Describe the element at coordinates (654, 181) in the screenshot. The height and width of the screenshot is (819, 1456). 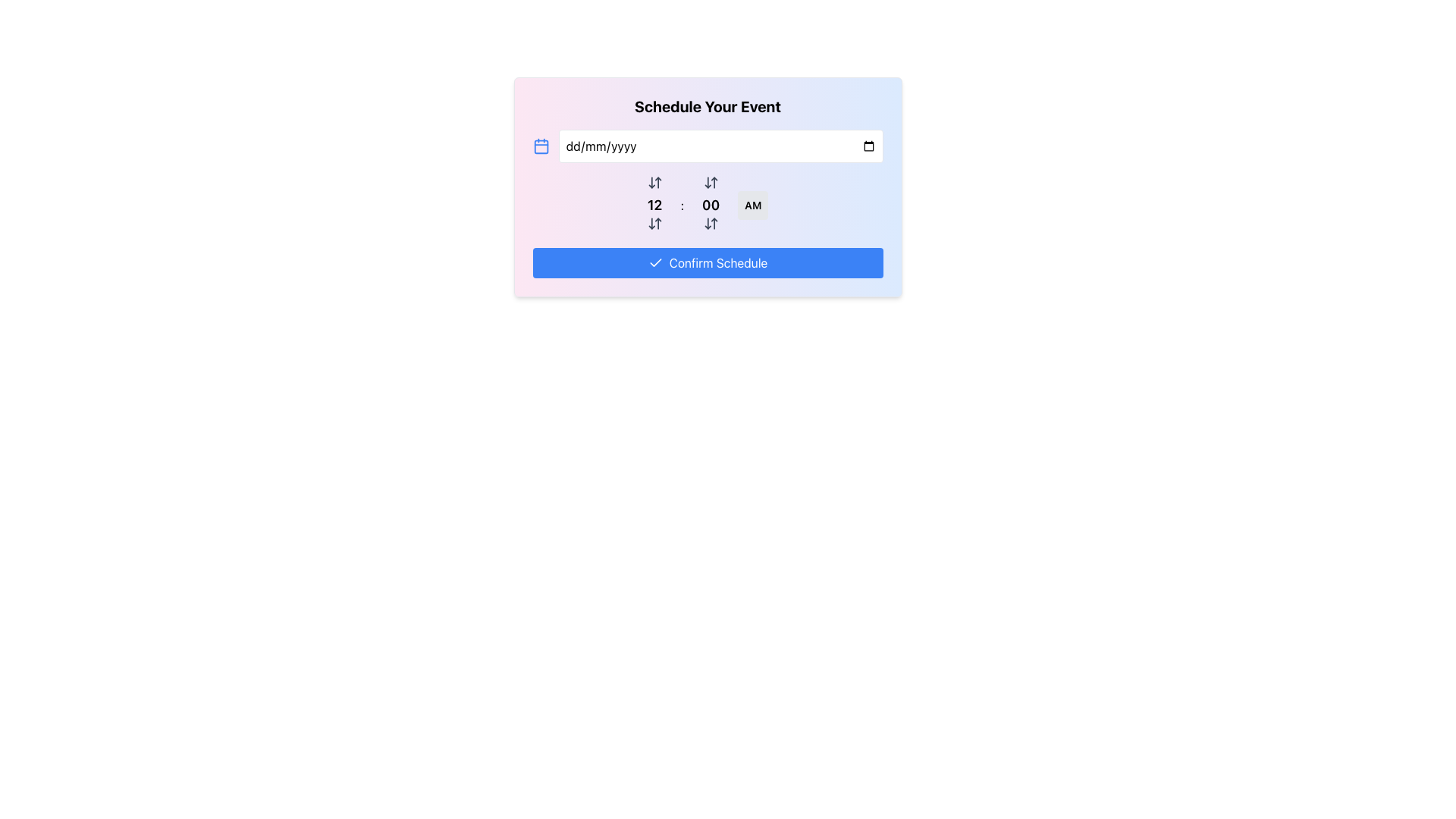
I see `the sorting icon with up and down arrows located above the '12' indicator in the scheduling interface` at that location.